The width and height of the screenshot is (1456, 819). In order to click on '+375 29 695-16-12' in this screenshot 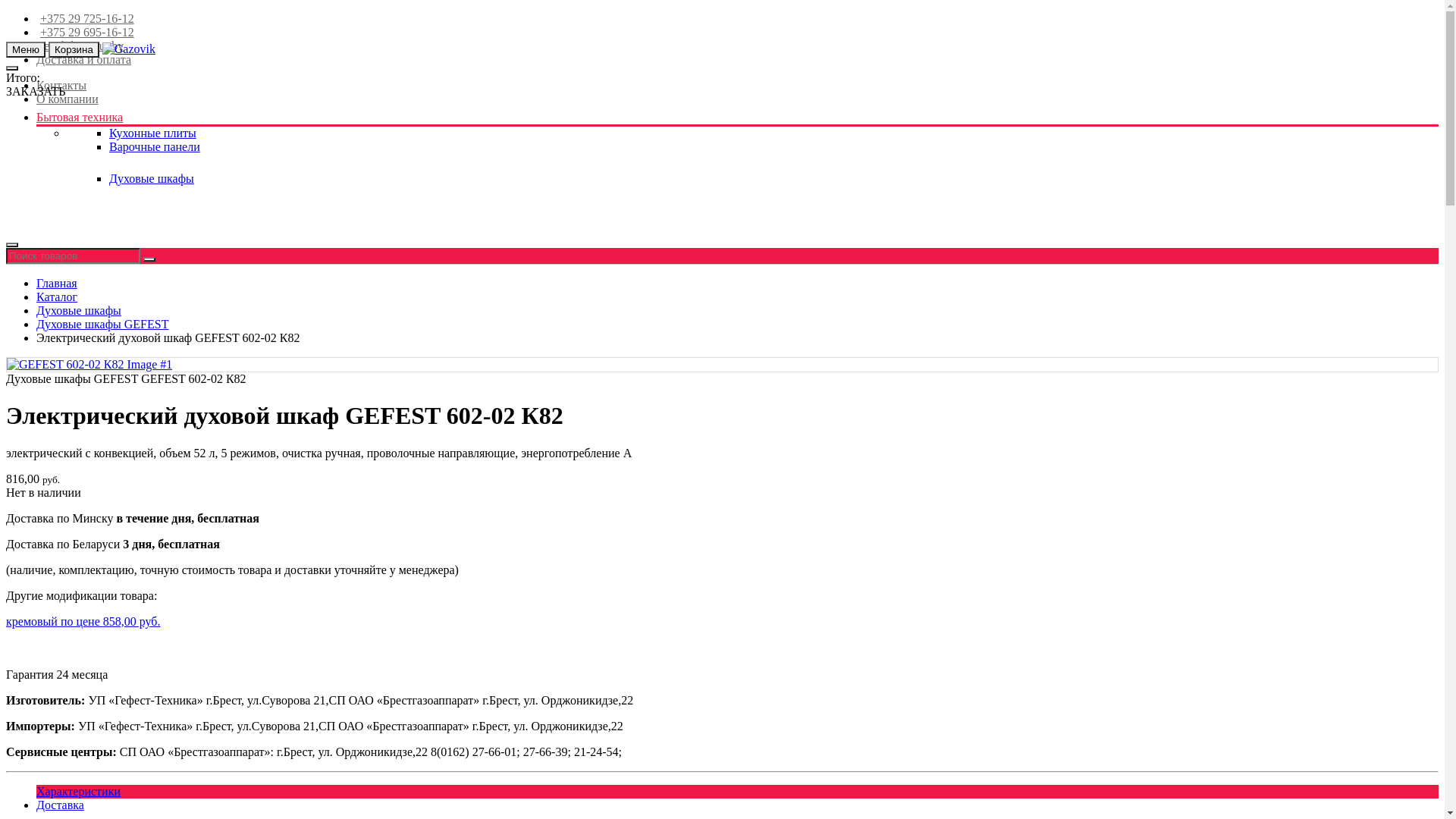, I will do `click(84, 32)`.